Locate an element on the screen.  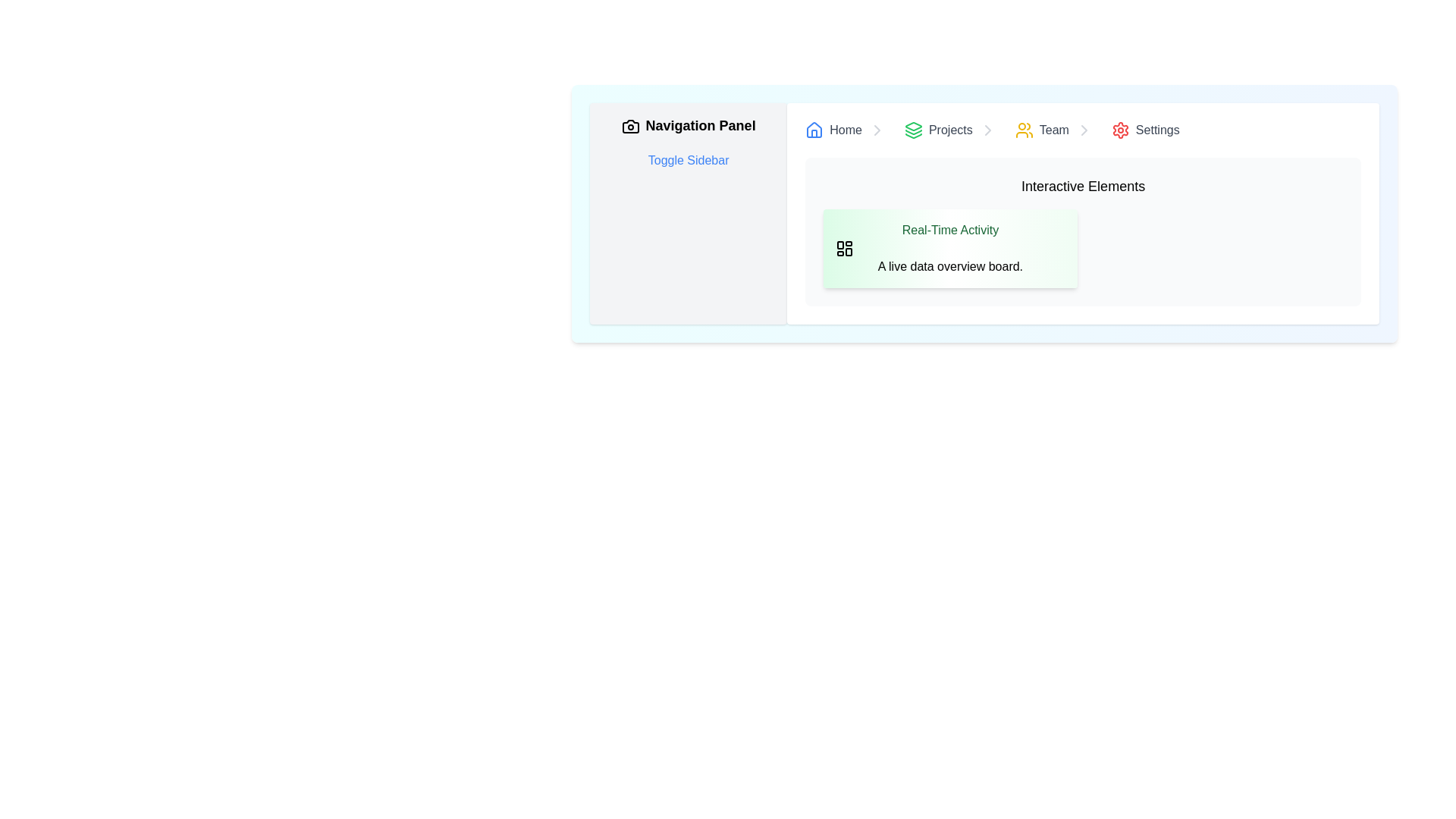
the decorative icon representing the 'Navigation Panel' located at the top-left corner of the sidebar, directly to the left of the text 'Navigation Panel' is located at coordinates (630, 126).